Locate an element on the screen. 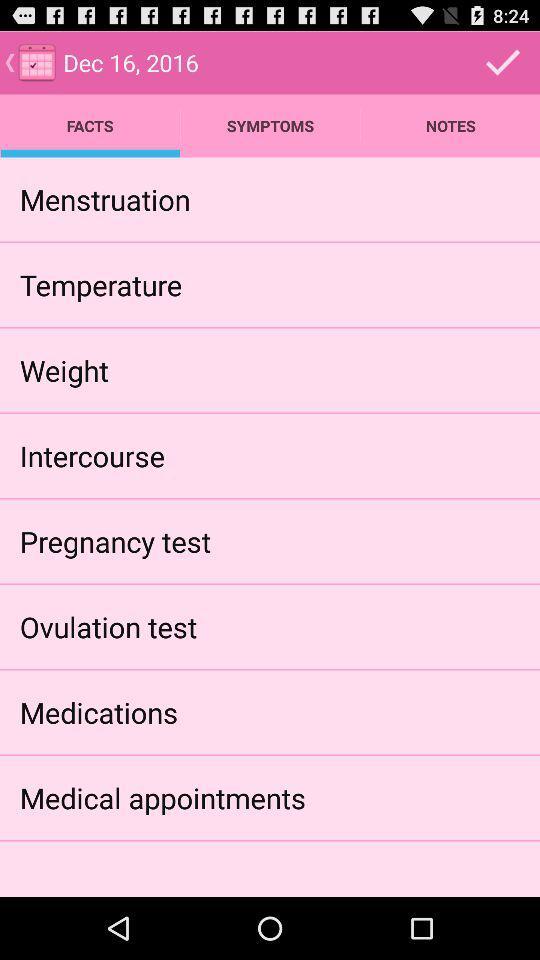 The height and width of the screenshot is (960, 540). temperature is located at coordinates (100, 283).